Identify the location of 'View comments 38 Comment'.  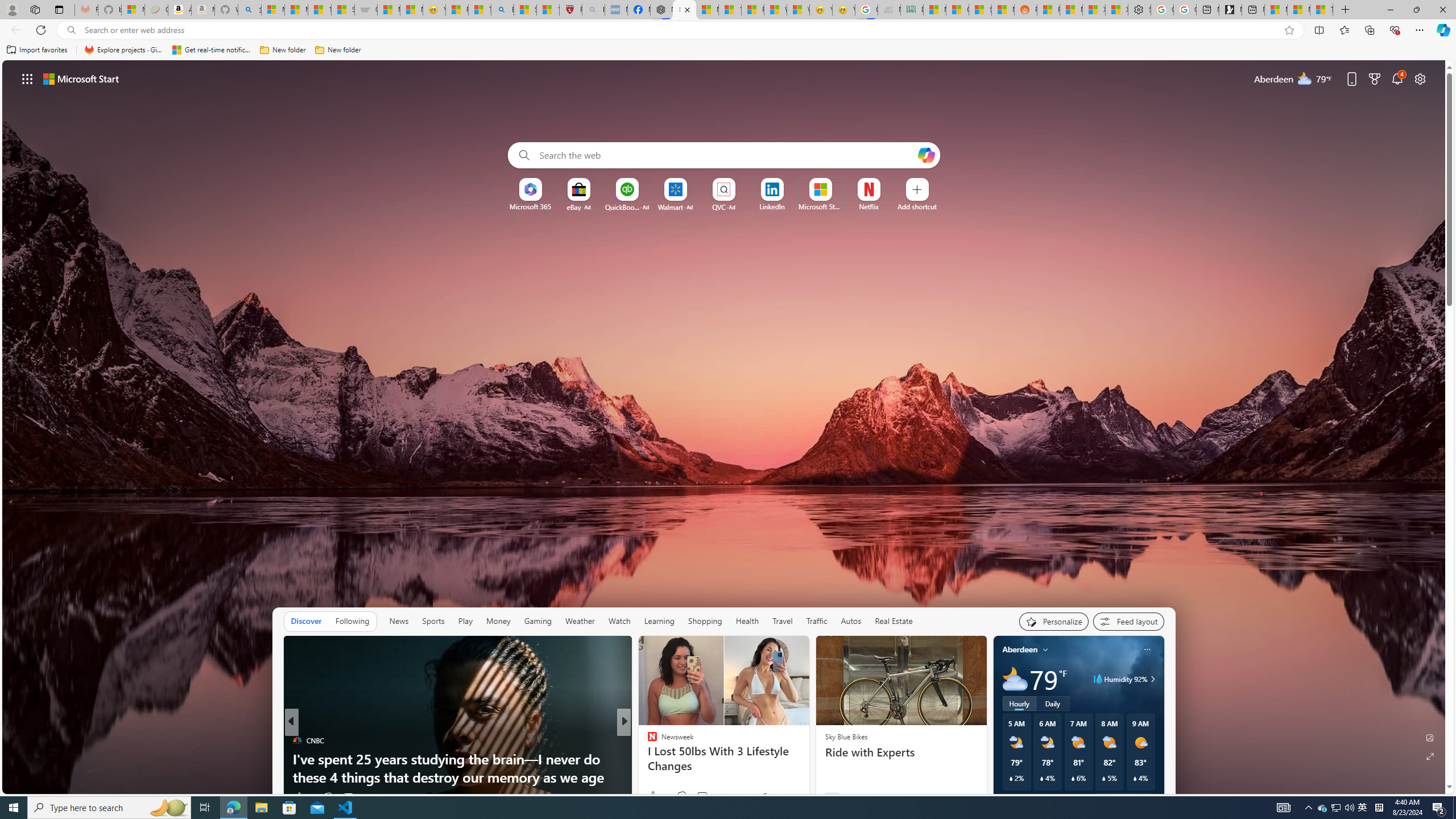
(707, 797).